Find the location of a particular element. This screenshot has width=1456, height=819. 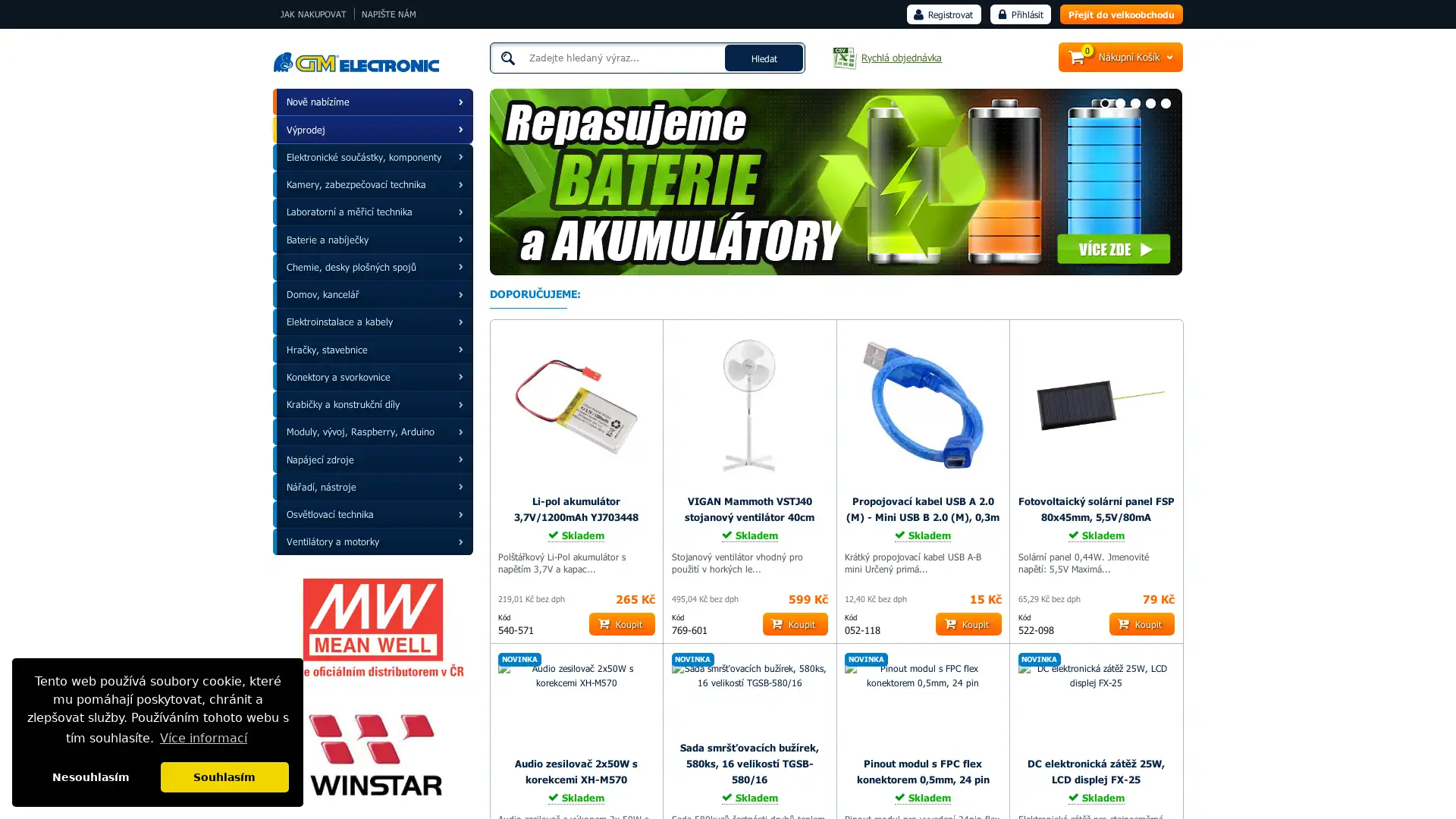

dismiss cookie message is located at coordinates (89, 777).